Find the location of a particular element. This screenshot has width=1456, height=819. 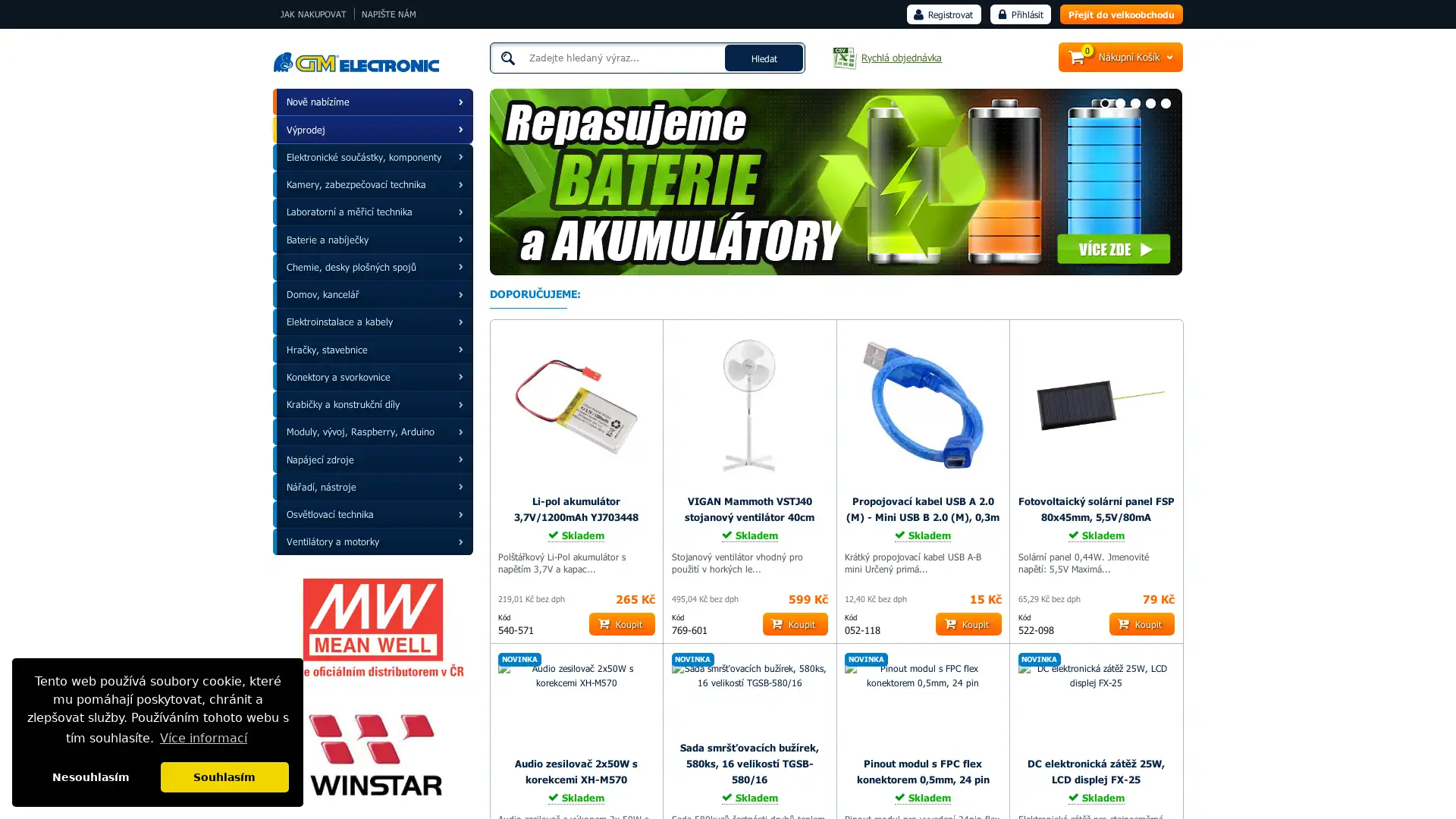

dismiss cookie message is located at coordinates (89, 777).